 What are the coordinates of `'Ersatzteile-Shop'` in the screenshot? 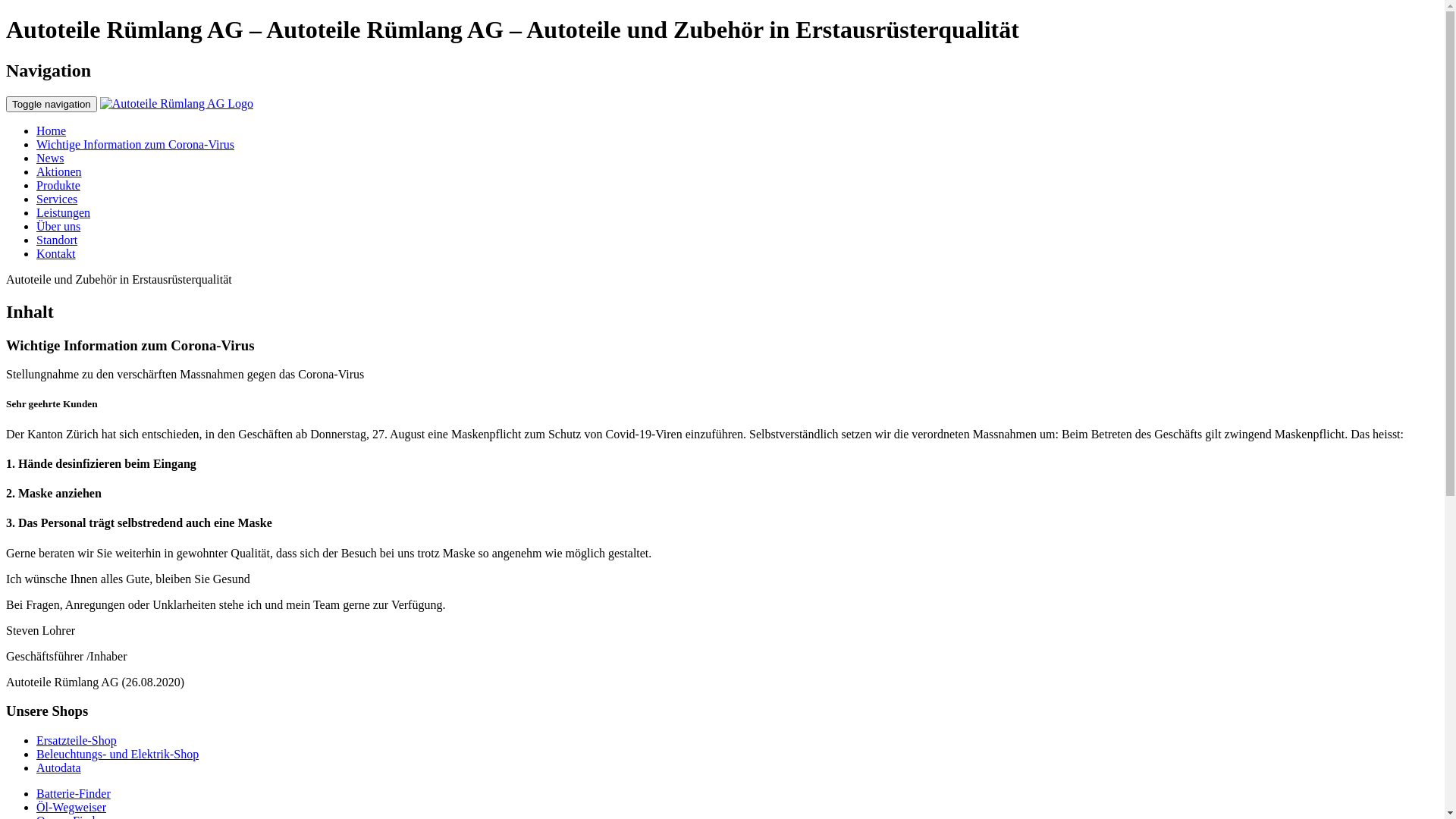 It's located at (36, 739).